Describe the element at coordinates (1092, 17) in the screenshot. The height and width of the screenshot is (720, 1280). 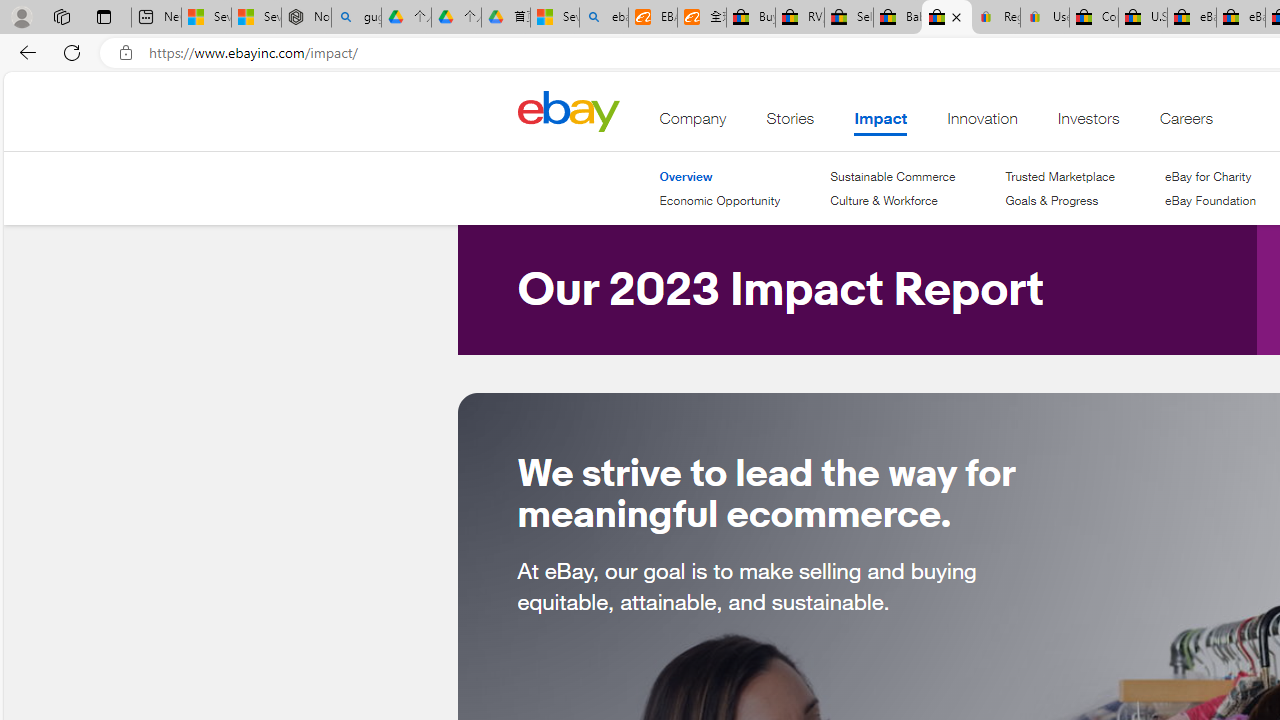
I see `'Consumer Health Data Privacy Policy - eBay Inc.'` at that location.